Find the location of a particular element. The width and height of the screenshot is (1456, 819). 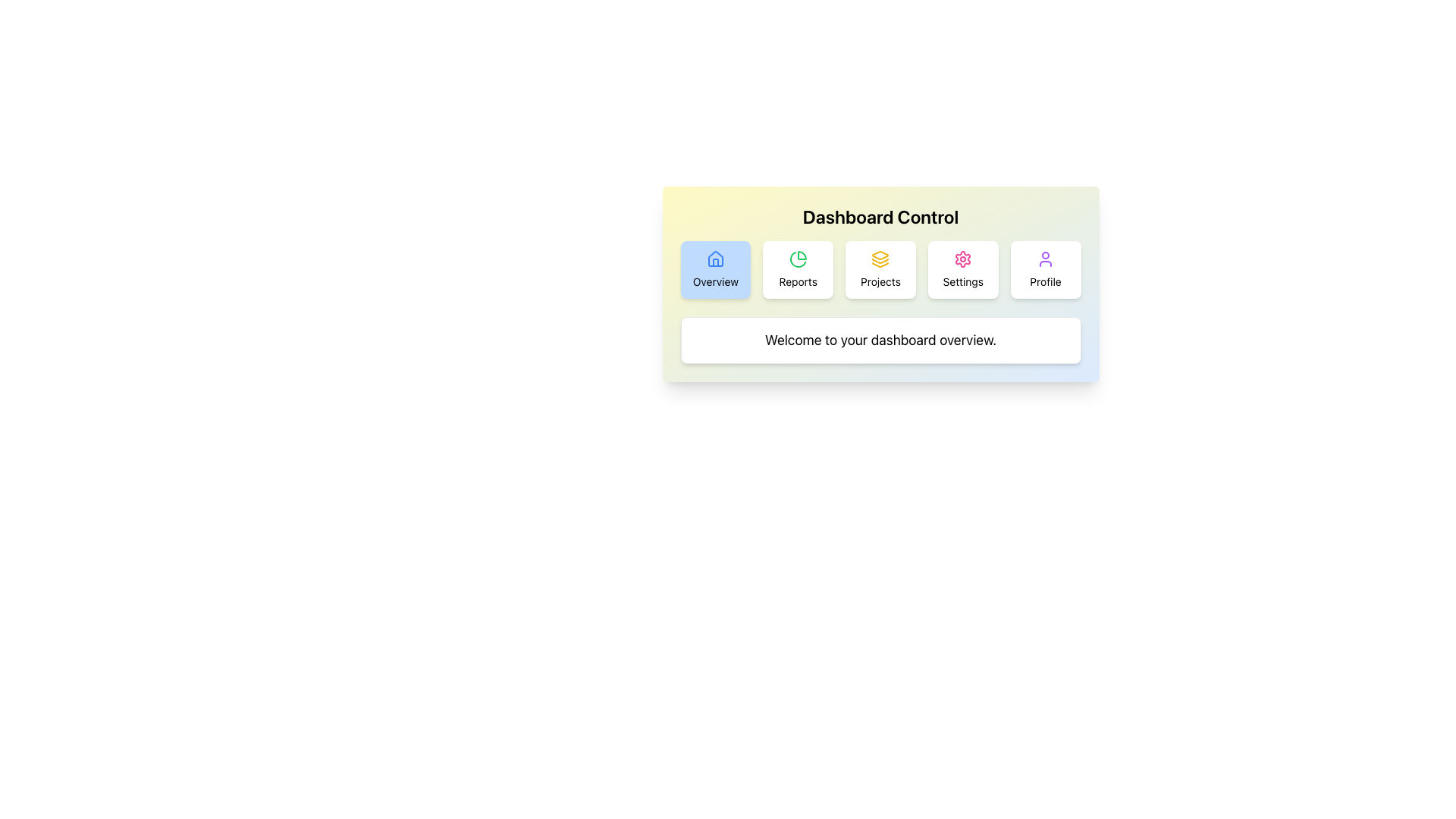

the Navigation Button that provides access to the 'Projects' section is located at coordinates (880, 268).